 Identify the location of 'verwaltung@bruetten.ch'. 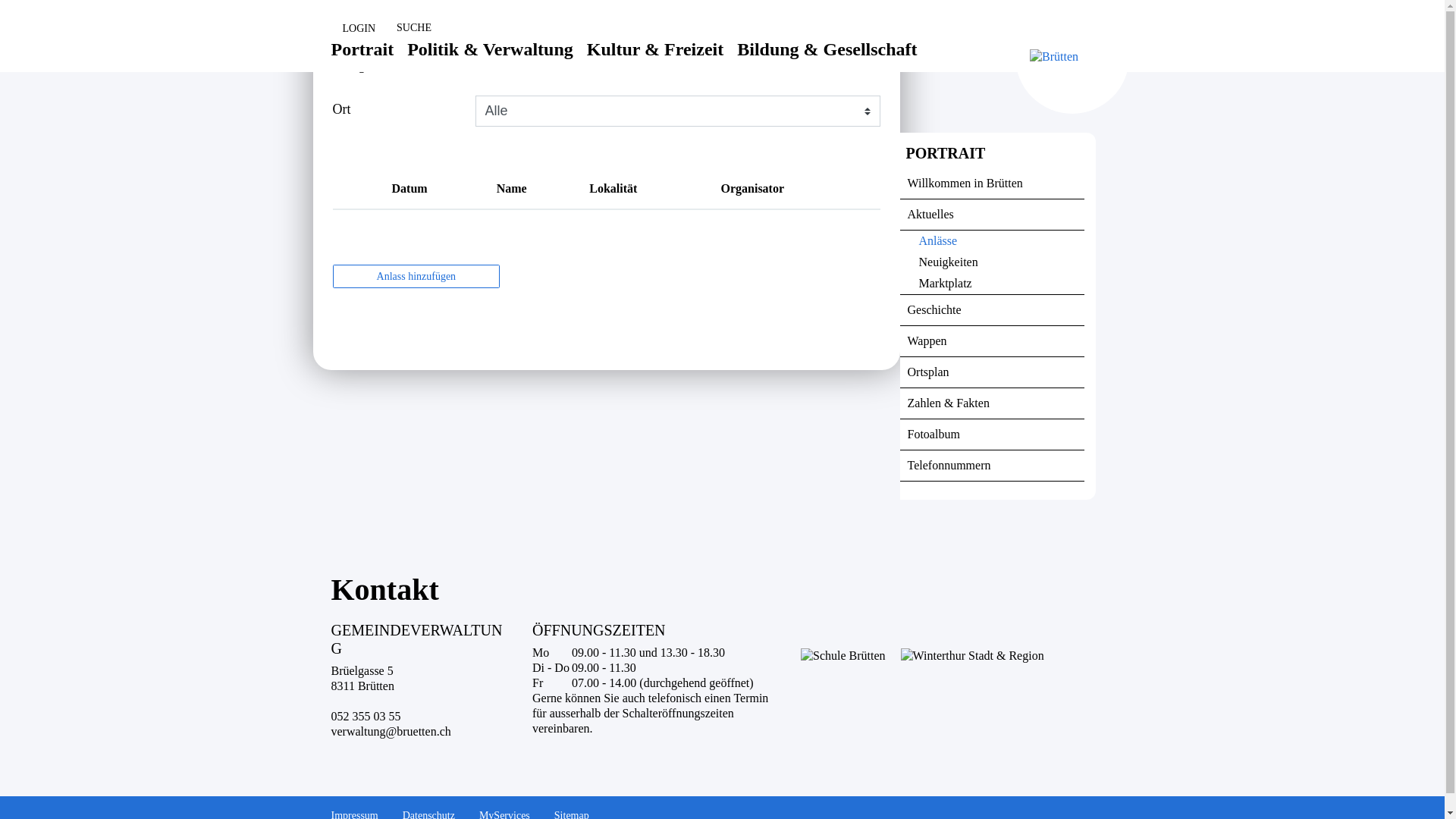
(390, 730).